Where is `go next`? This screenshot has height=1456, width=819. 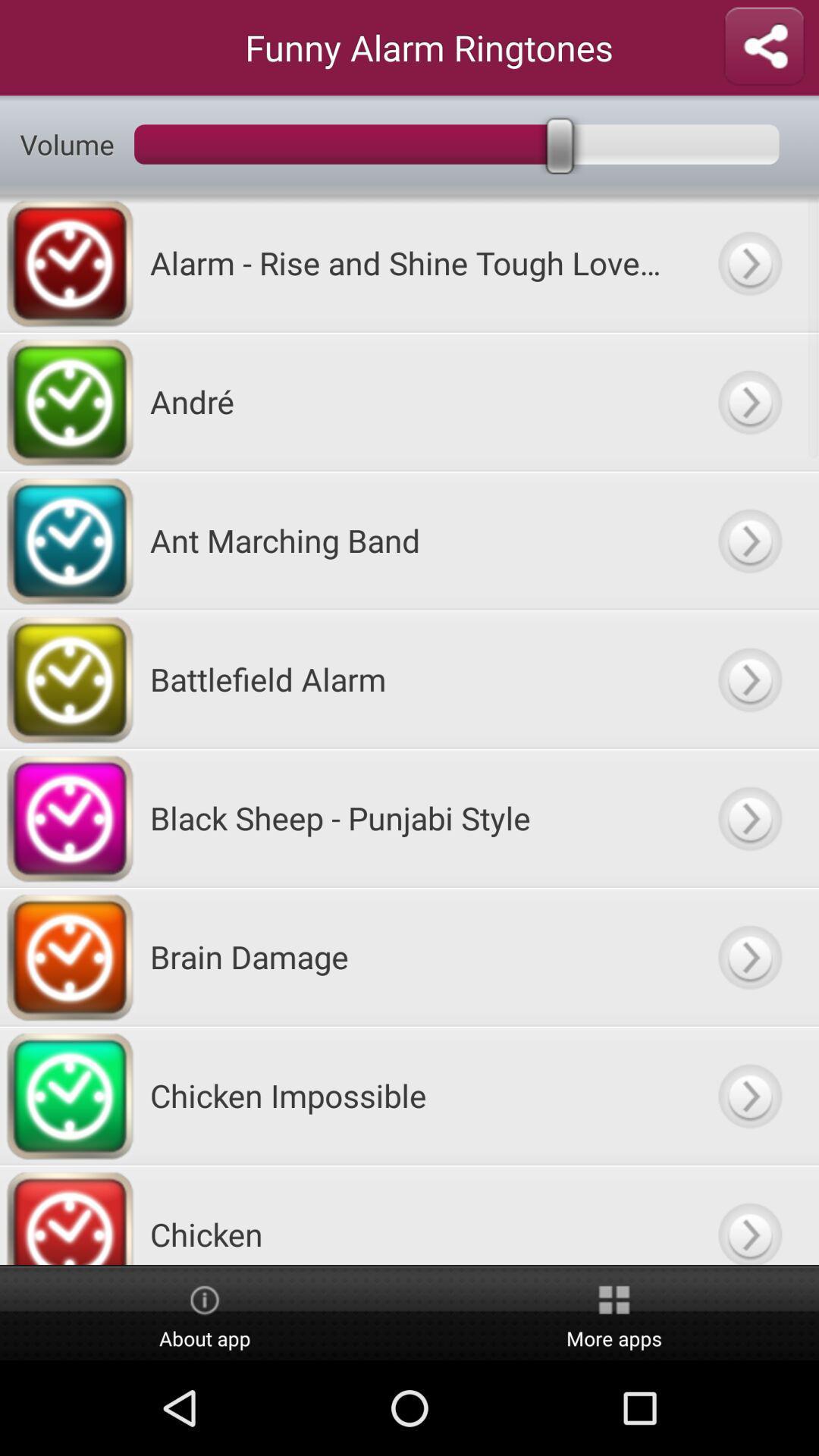
go next is located at coordinates (748, 1095).